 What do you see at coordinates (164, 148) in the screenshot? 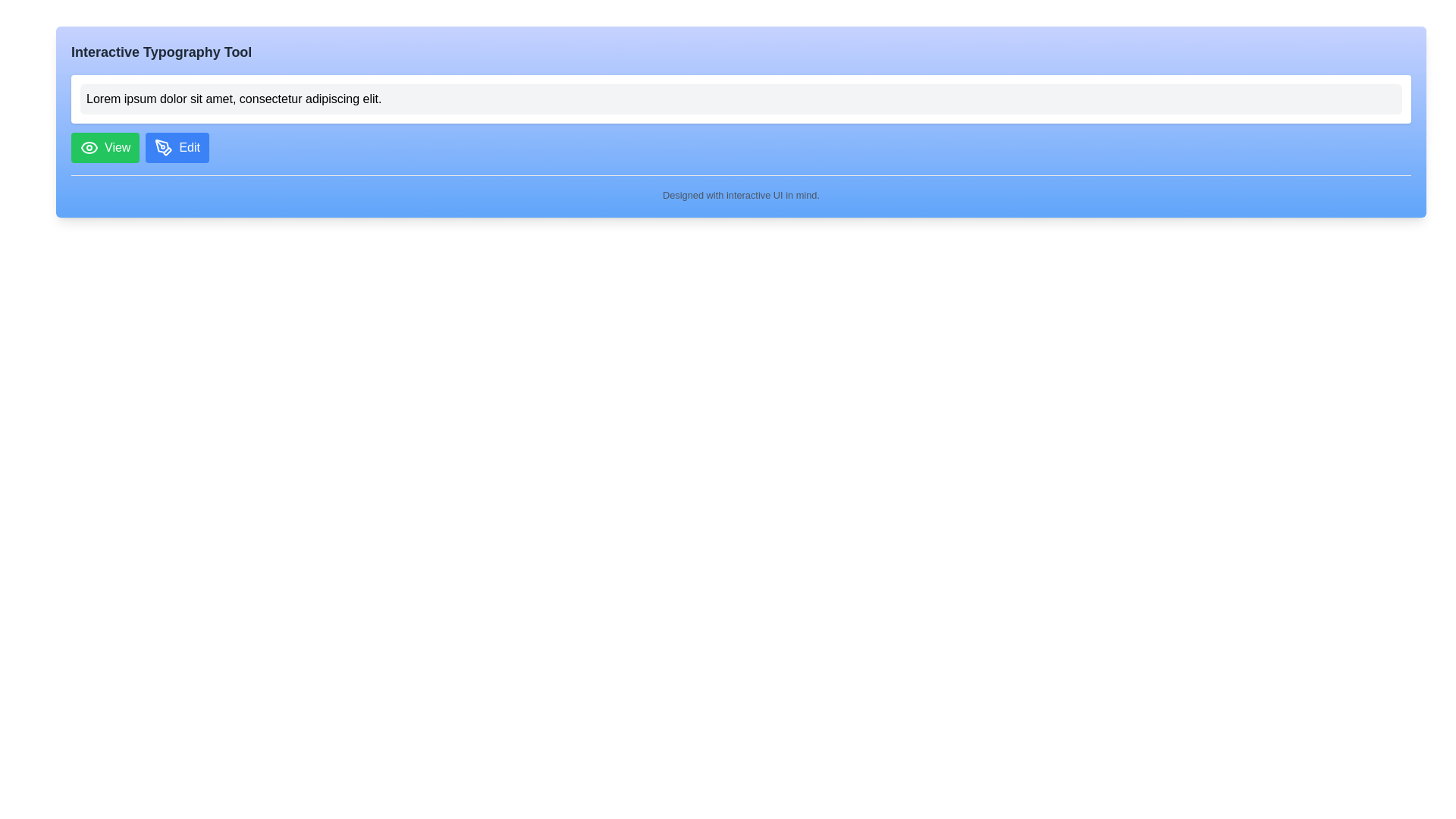
I see `the pen icon embedded within the 'Edit' button, which is the second button in a horizontal row in the lower section of the interactive UI panel` at bounding box center [164, 148].